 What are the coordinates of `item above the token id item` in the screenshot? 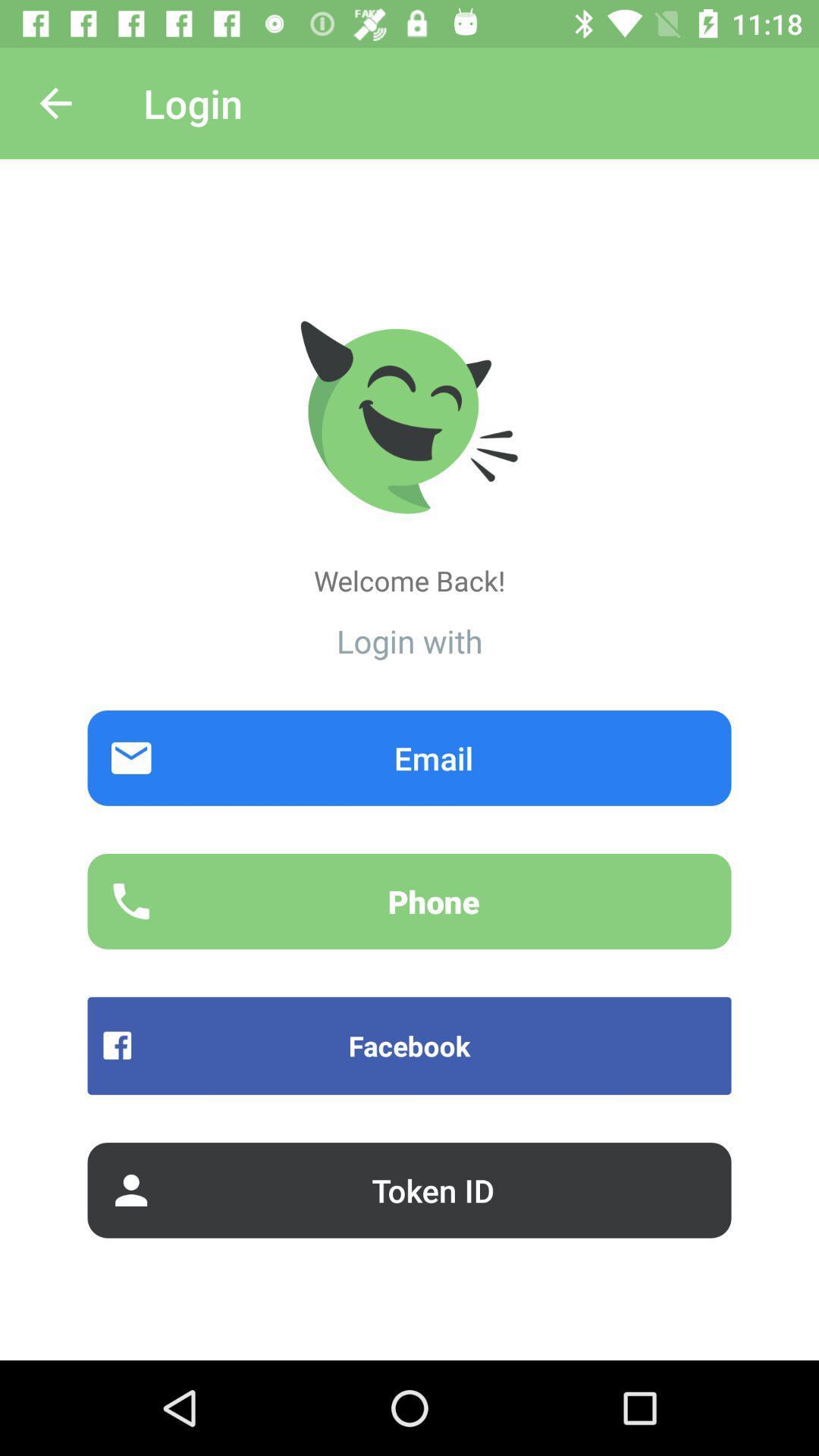 It's located at (409, 1045).